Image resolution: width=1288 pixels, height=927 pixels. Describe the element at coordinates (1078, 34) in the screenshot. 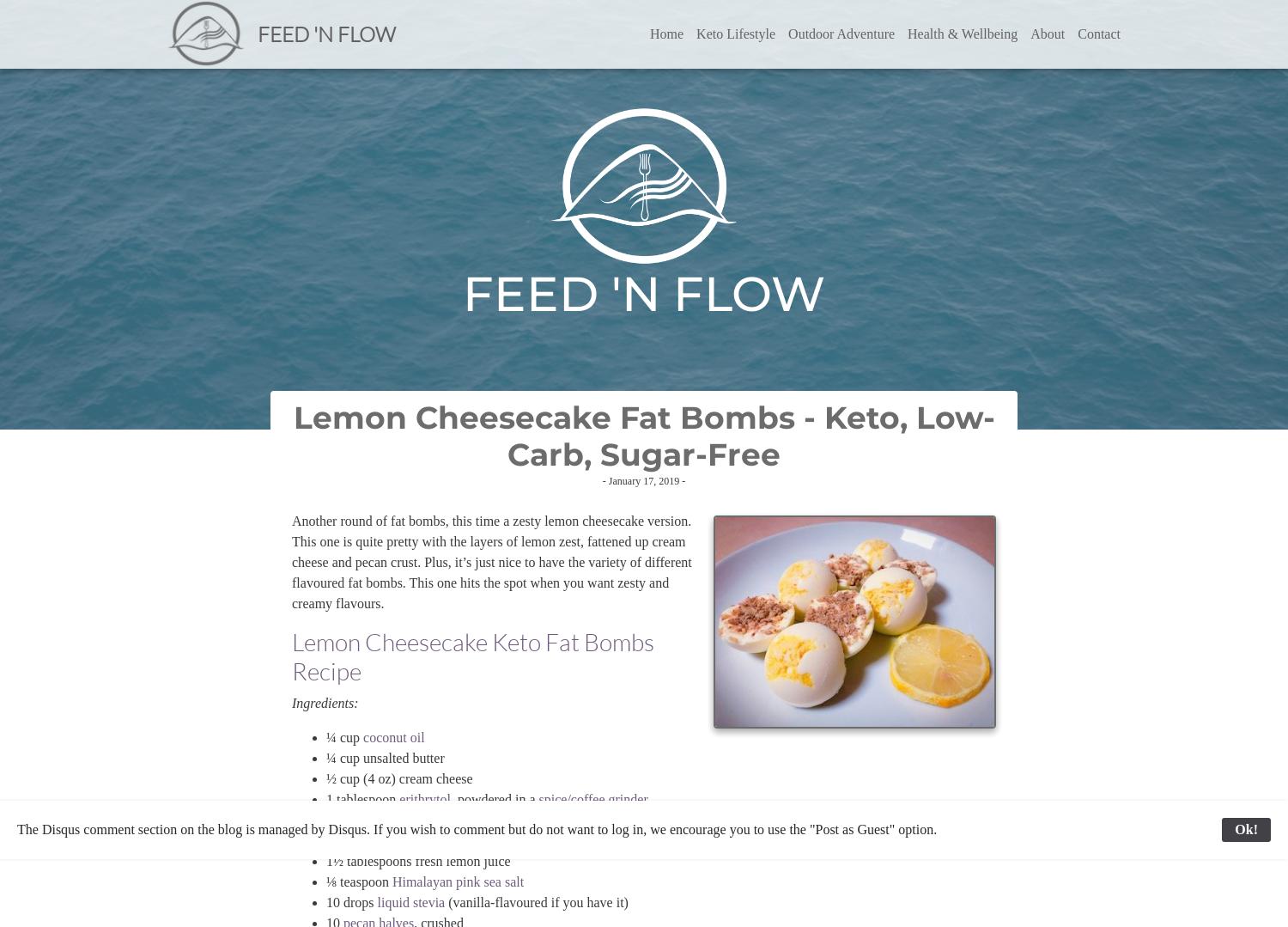

I see `'Contact'` at that location.